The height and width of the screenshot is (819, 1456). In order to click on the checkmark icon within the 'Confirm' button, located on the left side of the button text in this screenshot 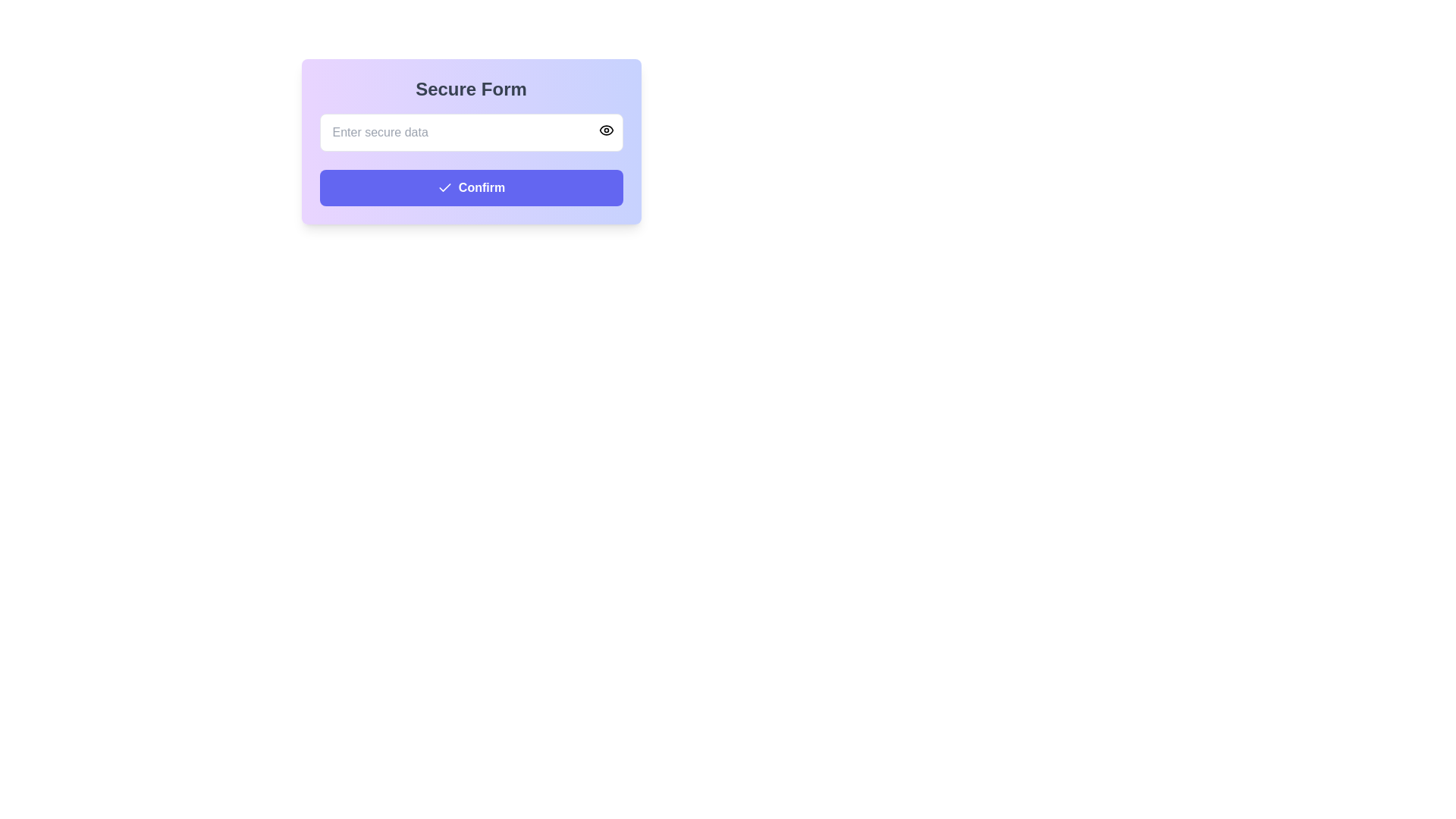, I will do `click(444, 187)`.